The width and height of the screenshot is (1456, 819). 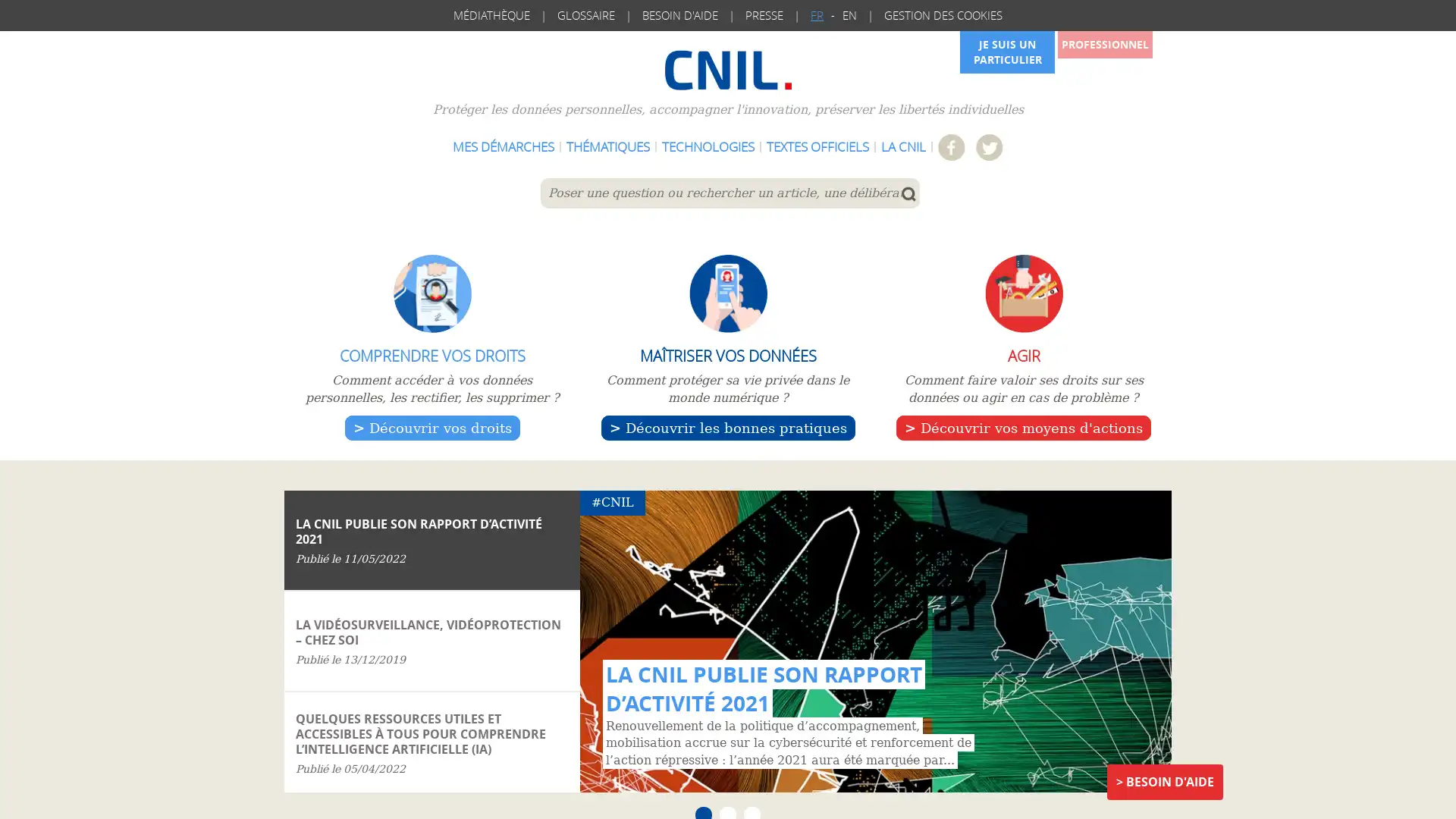 What do you see at coordinates (431, 641) in the screenshot?
I see `Logement LA VIDEOSURVEILLANCE, VIDEOPROTECTION  CHEZ SOI Publie le 13/12/2019` at bounding box center [431, 641].